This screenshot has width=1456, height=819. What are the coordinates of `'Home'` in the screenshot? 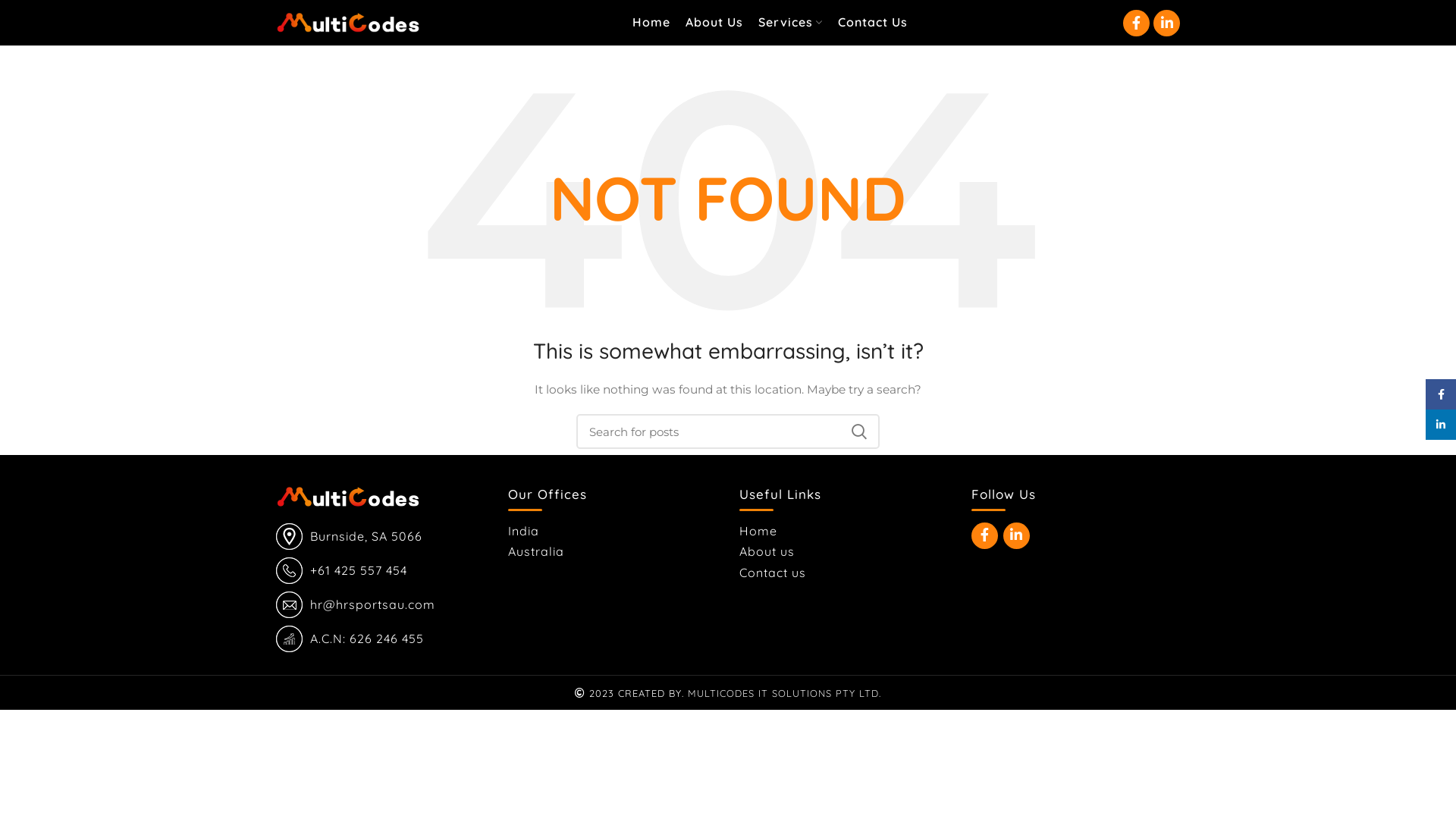 It's located at (759, 529).